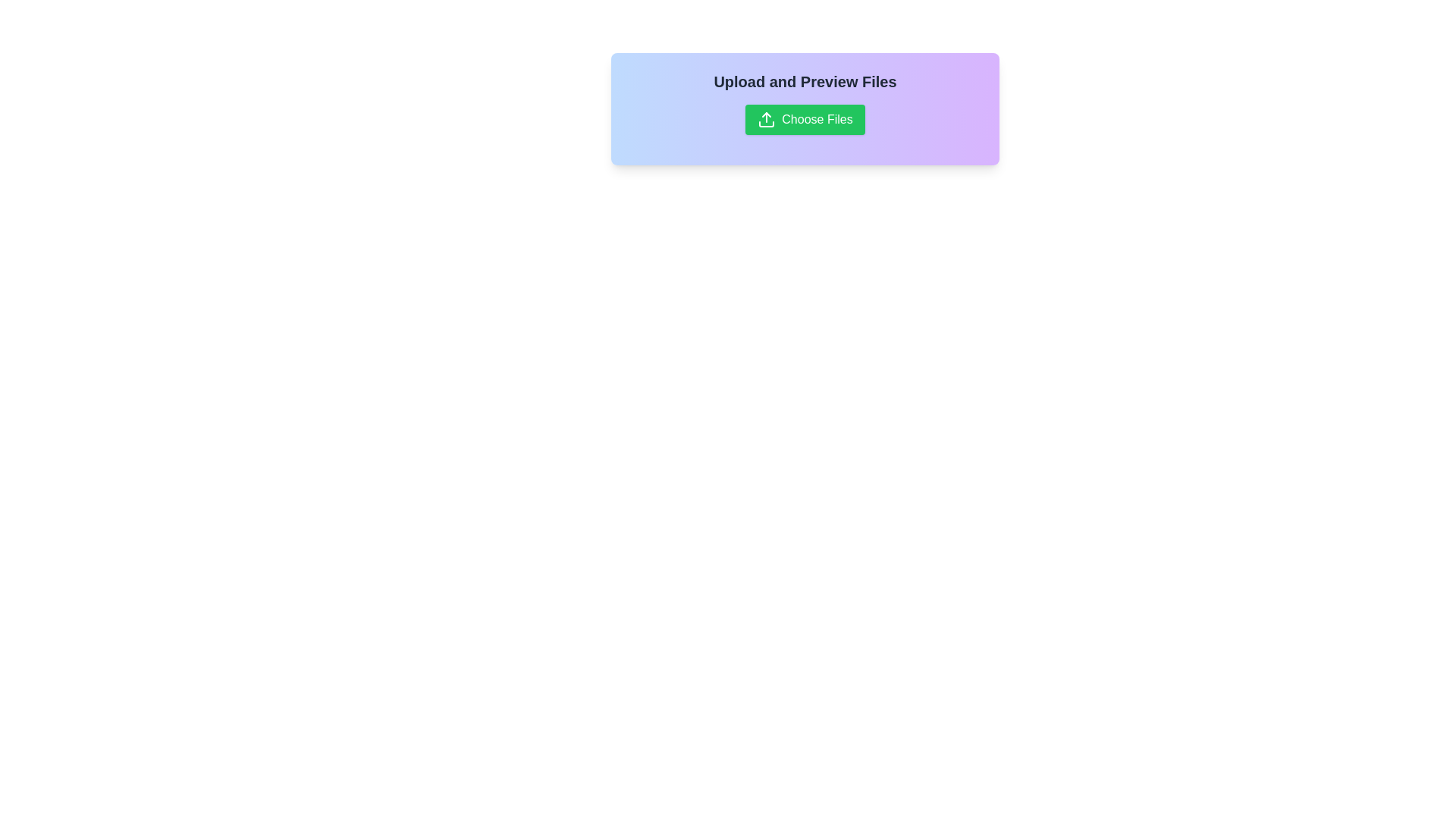 The width and height of the screenshot is (1456, 819). I want to click on the 'Choose Files' text label, which is styled with a white font on a rounded green button, located on the right-hand side of an upload icon, so click(817, 119).